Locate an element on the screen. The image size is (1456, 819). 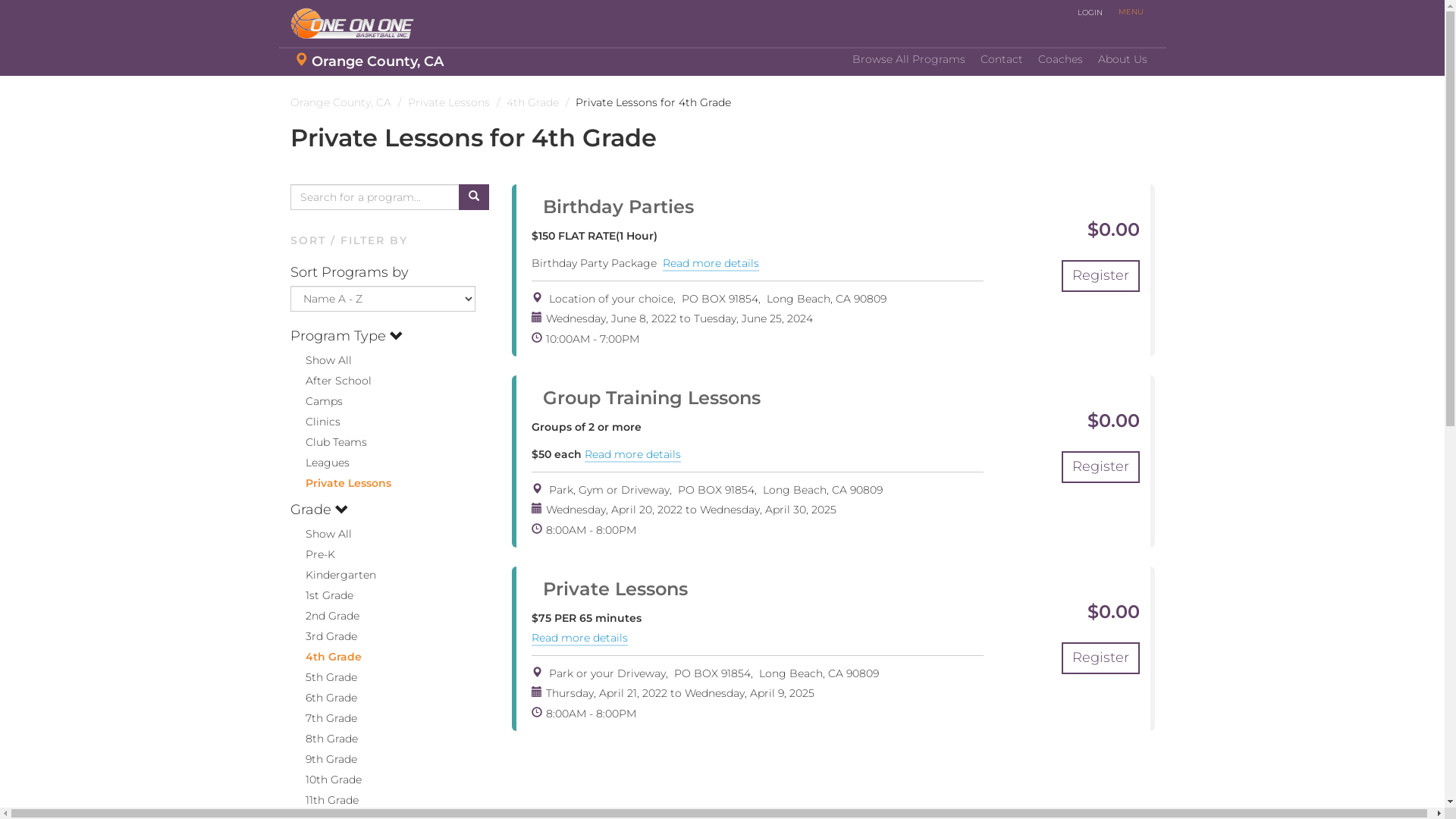
'LOGIN' is located at coordinates (1068, 12).